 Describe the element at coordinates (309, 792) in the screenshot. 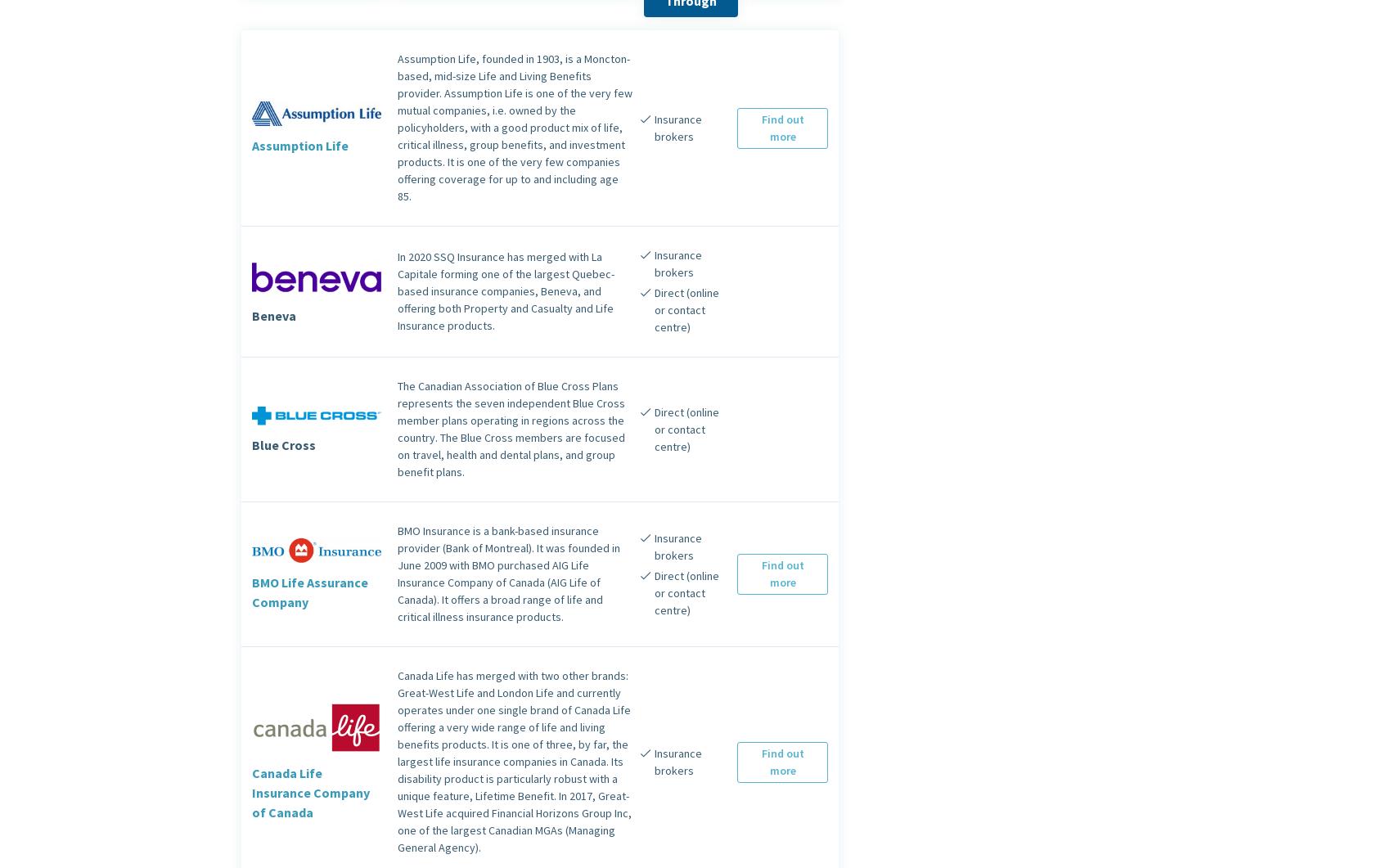

I see `'Canada Life Insurance Company of Canada'` at that location.